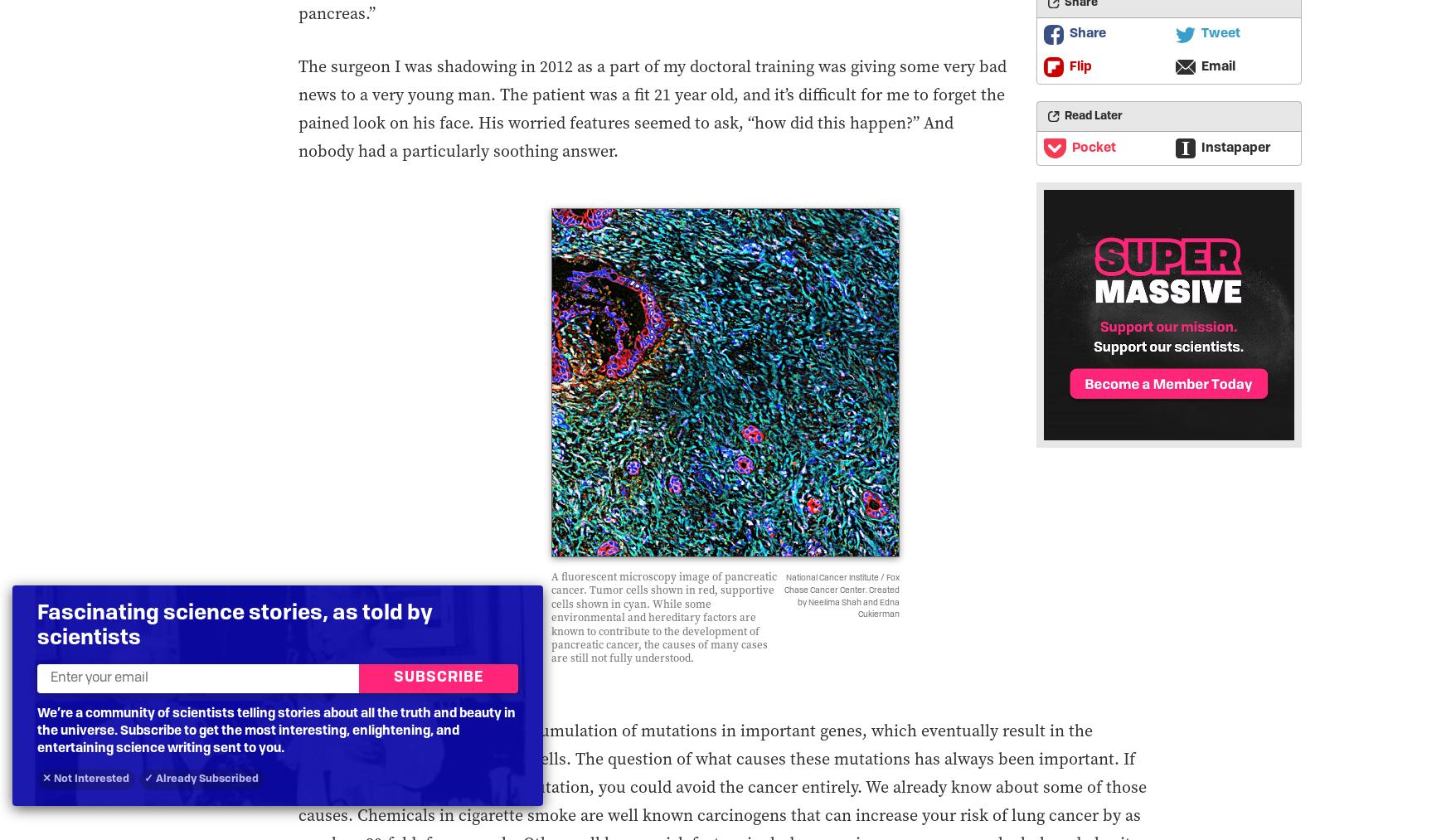  I want to click on 'Fascinating science stories, as told by scientists', so click(234, 625).